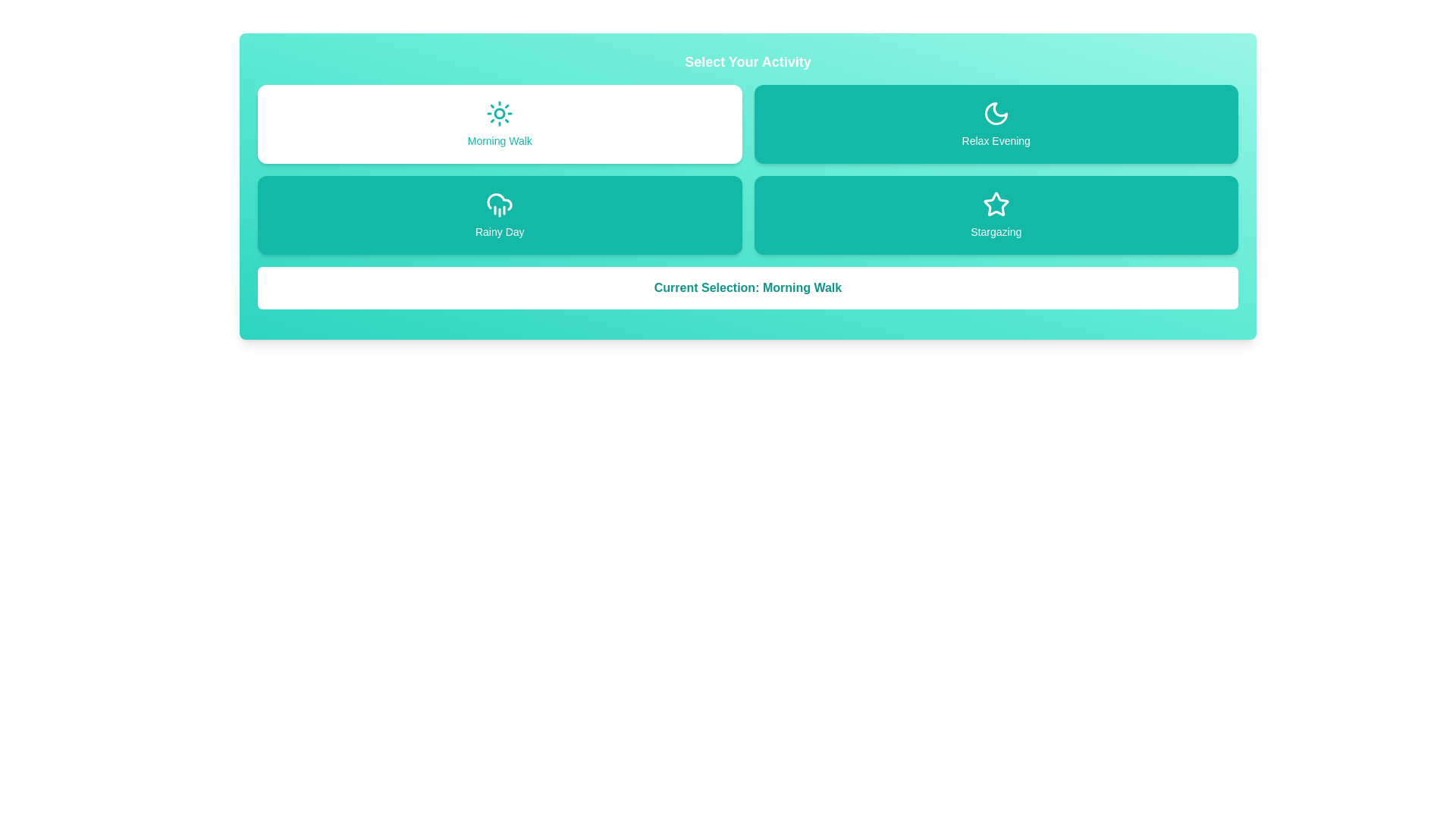 The width and height of the screenshot is (1456, 819). What do you see at coordinates (500, 215) in the screenshot?
I see `the activity Rainy Day by clicking on its button` at bounding box center [500, 215].